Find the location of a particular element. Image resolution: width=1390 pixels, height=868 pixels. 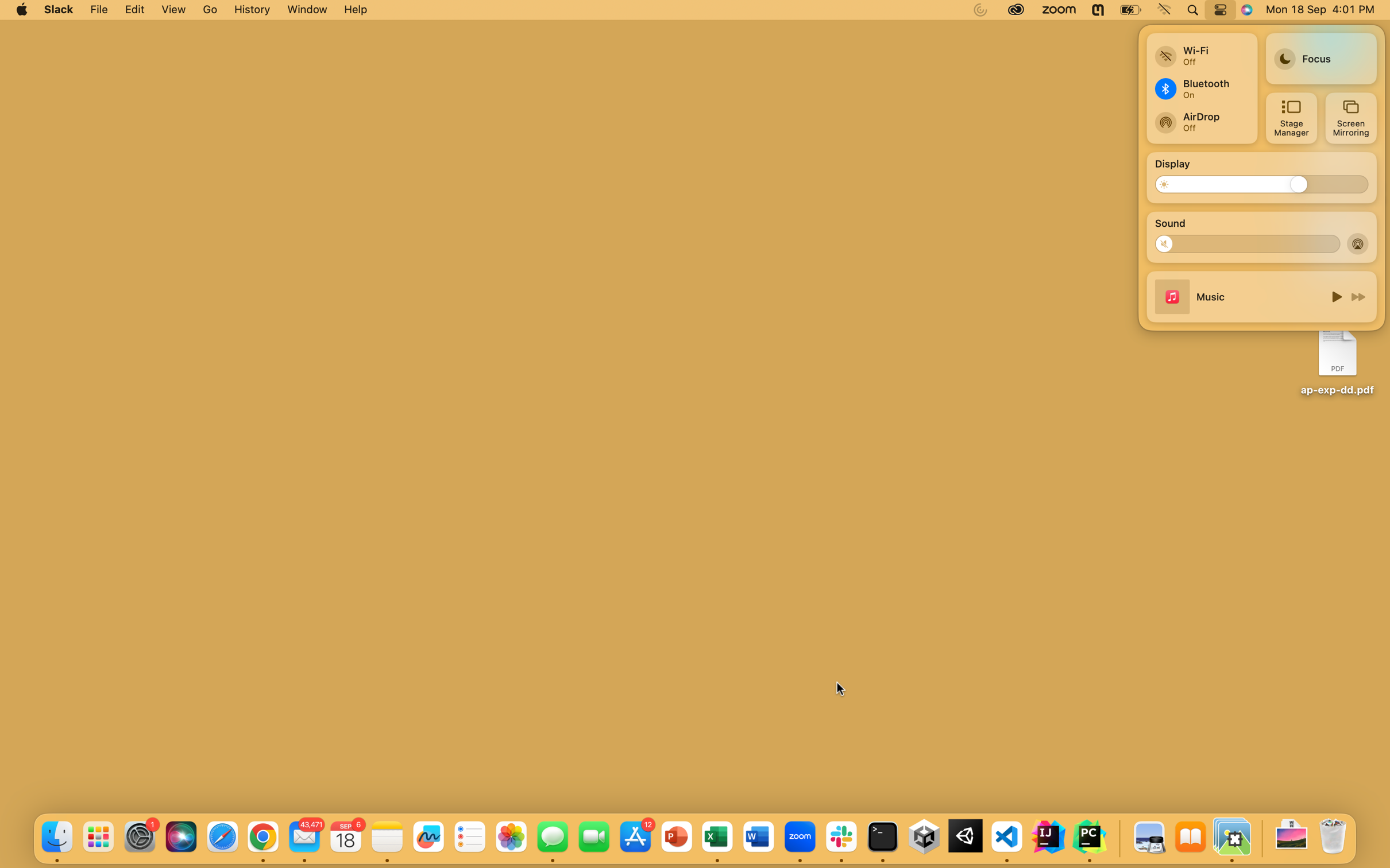

Turn on airdrop is located at coordinates (1358, 243).